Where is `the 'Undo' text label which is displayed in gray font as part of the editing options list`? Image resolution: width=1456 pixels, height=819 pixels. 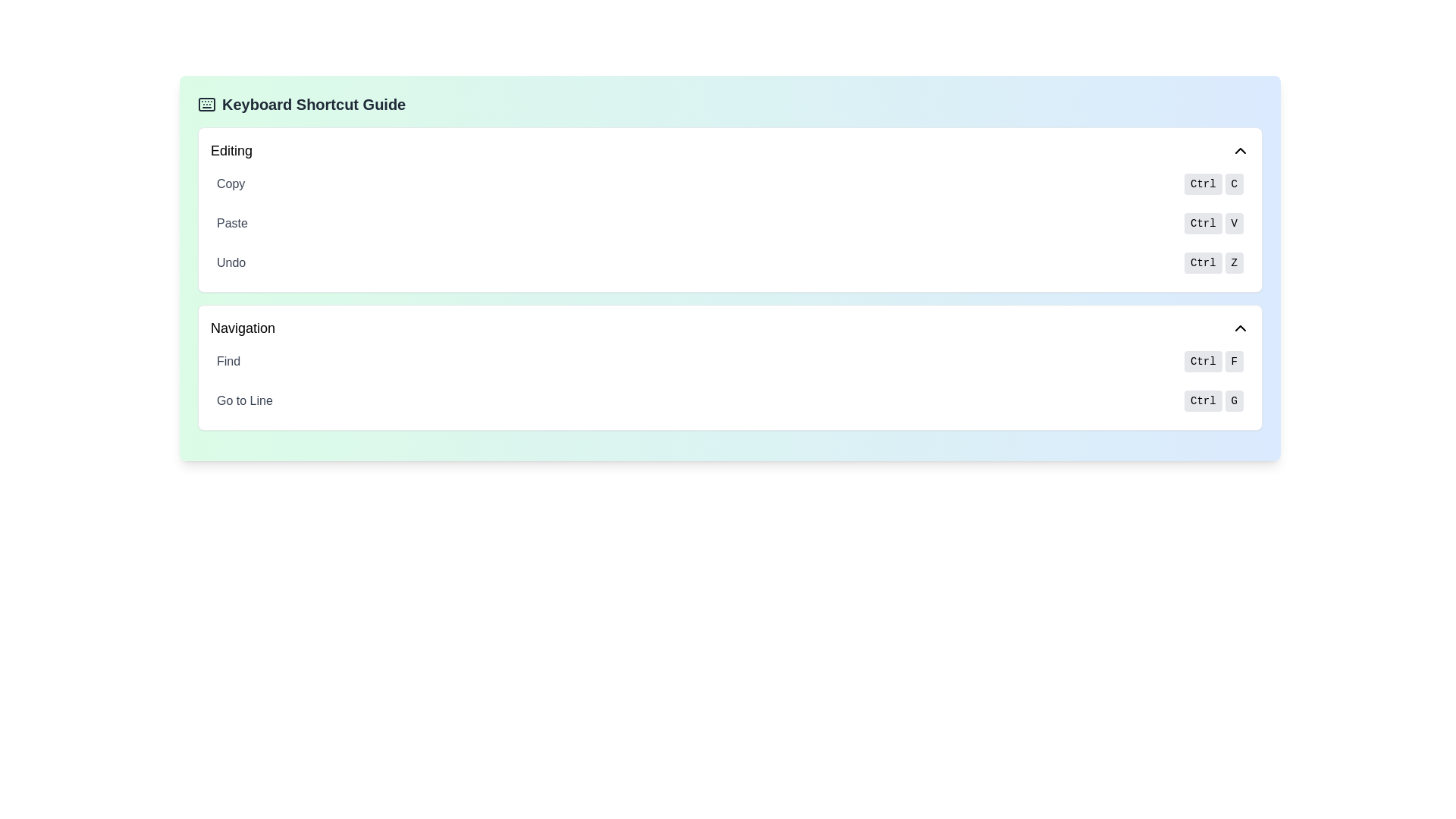 the 'Undo' text label which is displayed in gray font as part of the editing options list is located at coordinates (231, 262).